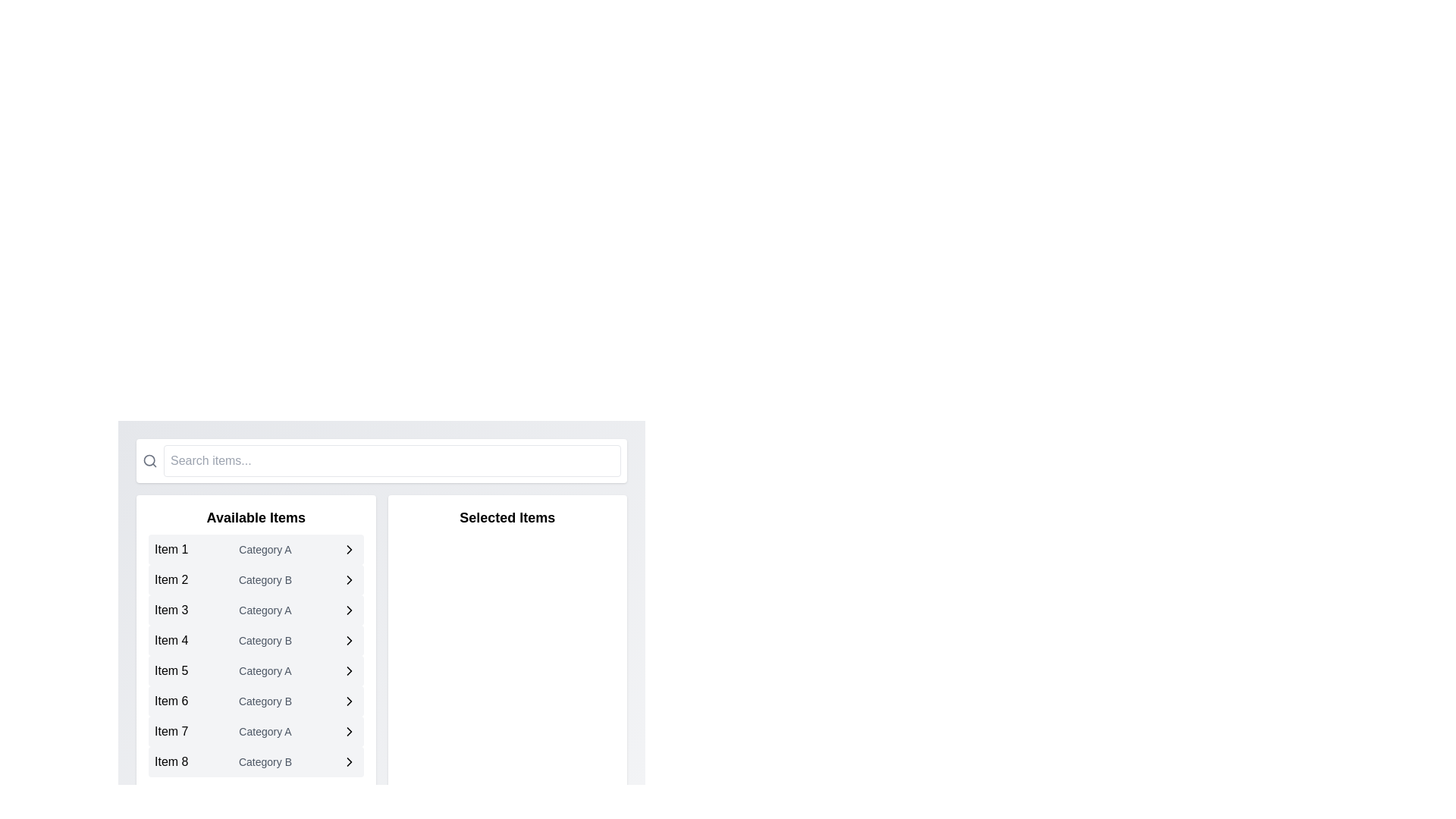 This screenshot has height=819, width=1456. Describe the element at coordinates (256, 762) in the screenshot. I see `the selectable list item for 'Item 8' in 'Category B'` at that location.